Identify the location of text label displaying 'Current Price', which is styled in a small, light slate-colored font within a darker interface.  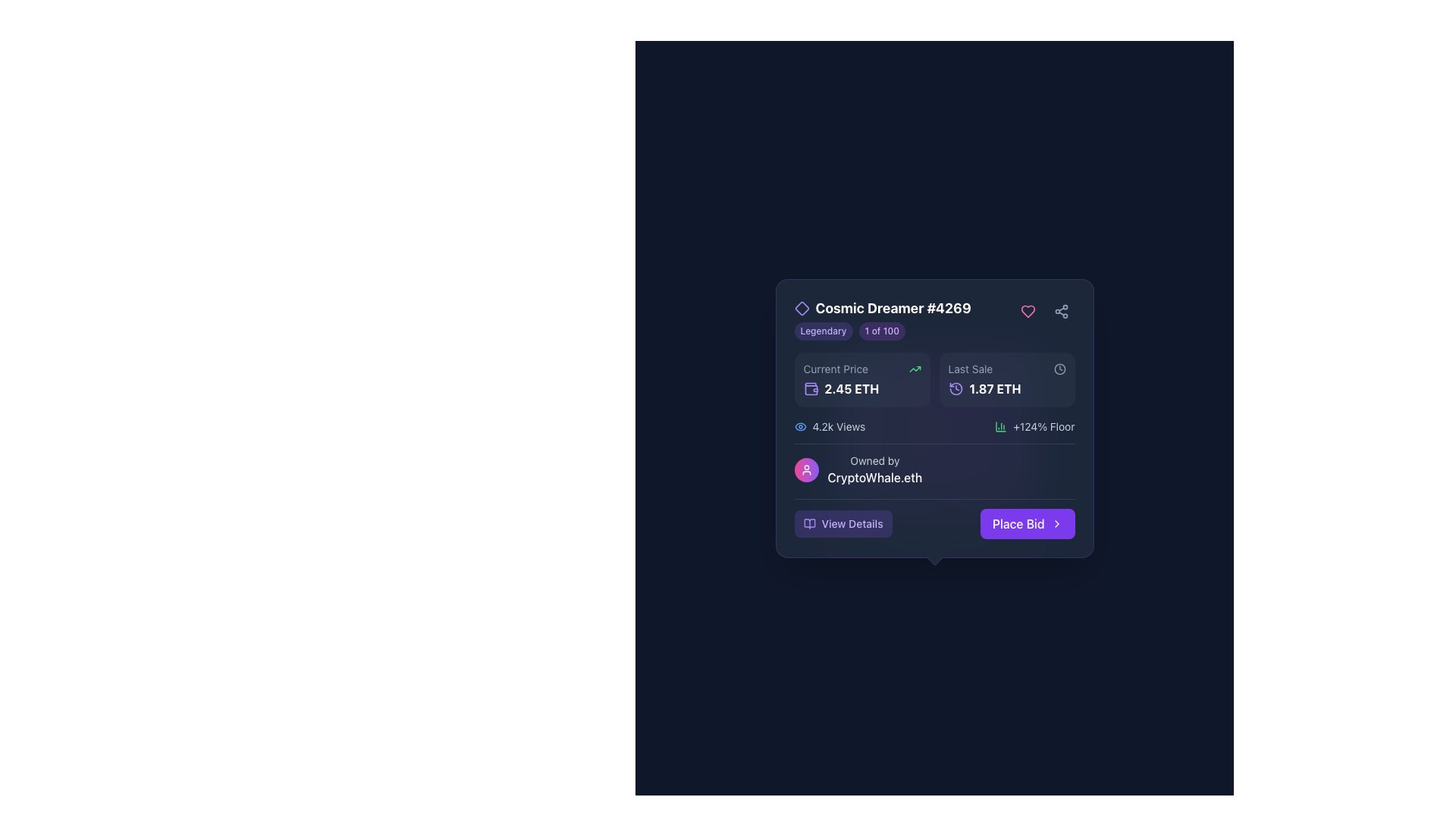
(835, 369).